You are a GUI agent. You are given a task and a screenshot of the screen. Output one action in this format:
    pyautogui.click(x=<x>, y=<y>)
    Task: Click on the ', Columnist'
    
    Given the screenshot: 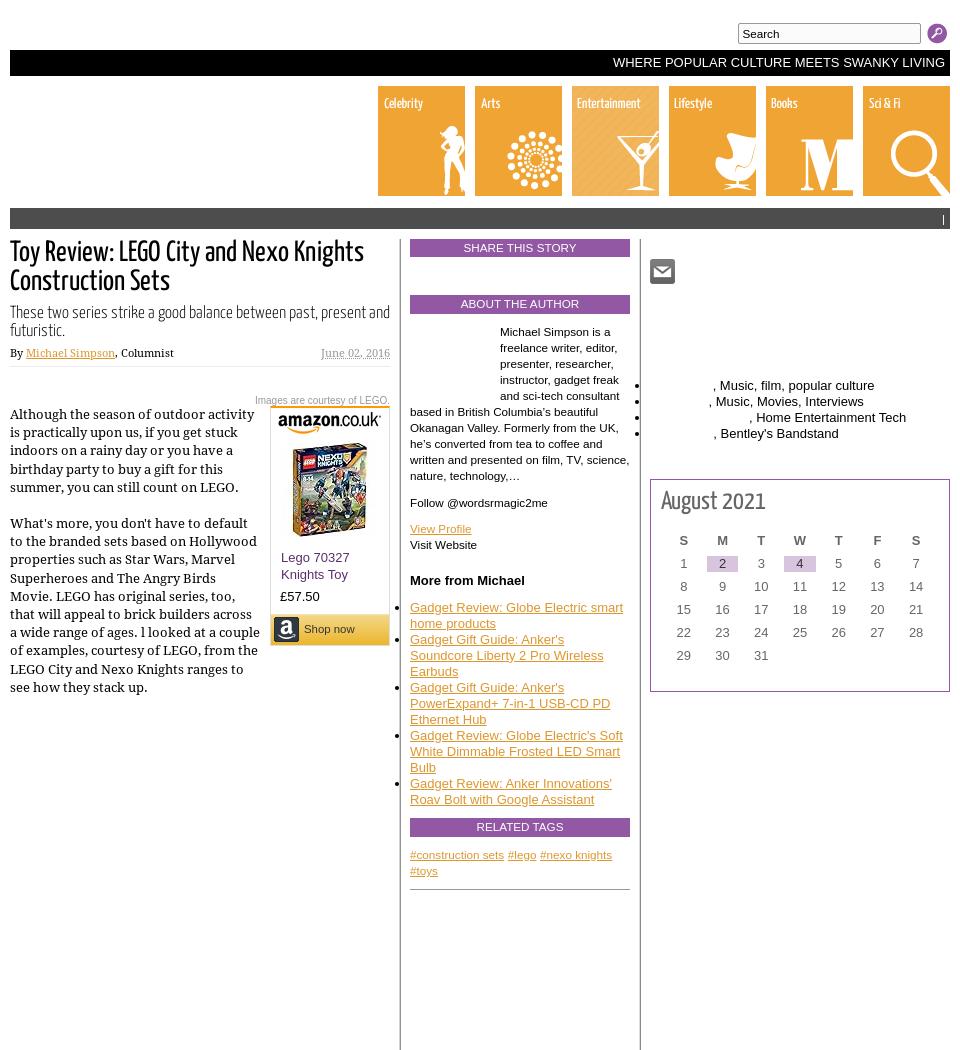 What is the action you would take?
    pyautogui.click(x=143, y=351)
    